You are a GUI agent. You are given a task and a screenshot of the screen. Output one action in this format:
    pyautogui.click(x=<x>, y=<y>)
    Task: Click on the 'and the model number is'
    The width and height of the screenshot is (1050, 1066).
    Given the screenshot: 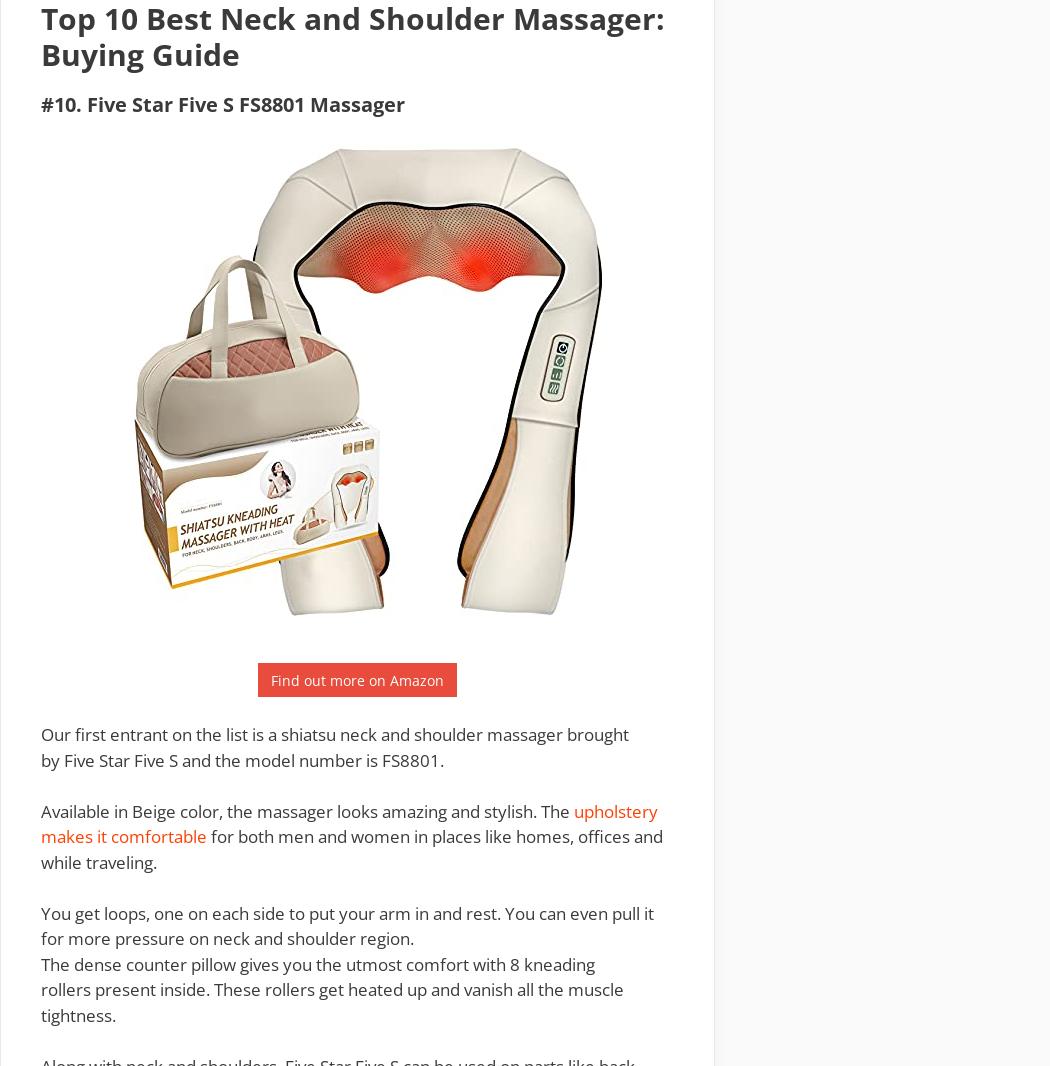 What is the action you would take?
    pyautogui.click(x=279, y=758)
    